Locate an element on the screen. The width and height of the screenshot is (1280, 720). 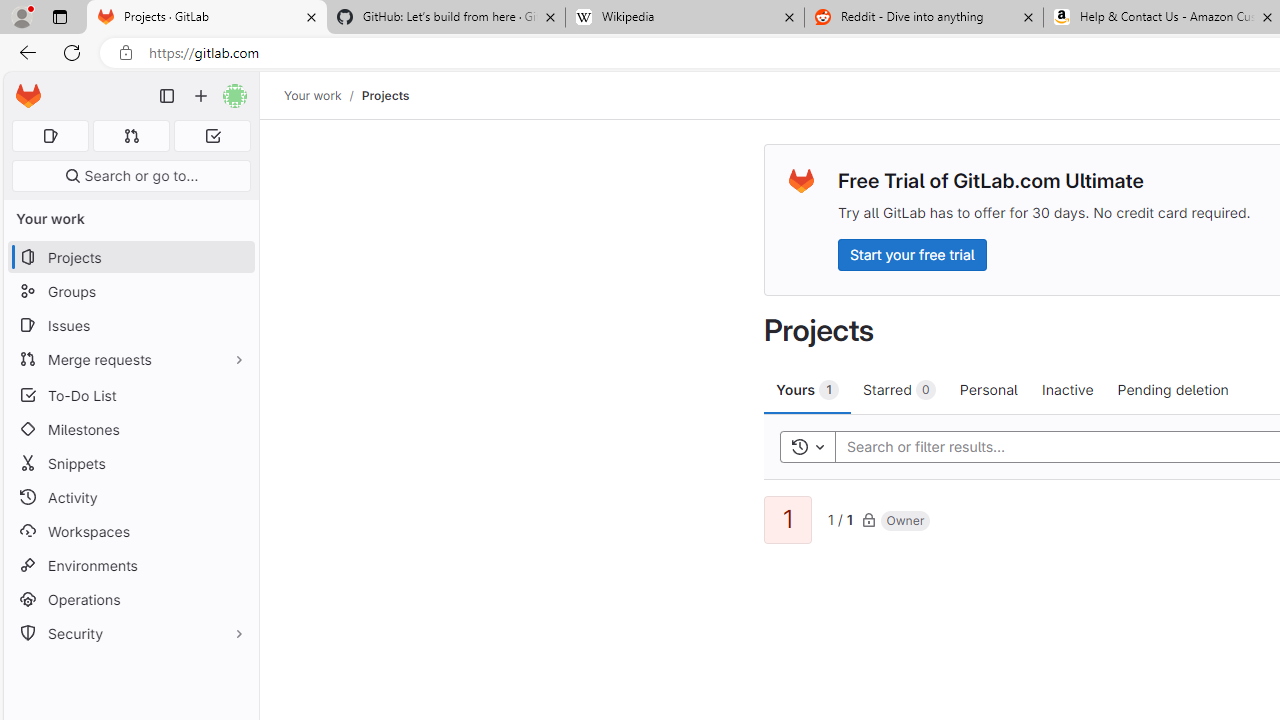
'Pending deletion' is located at coordinates (1173, 389).